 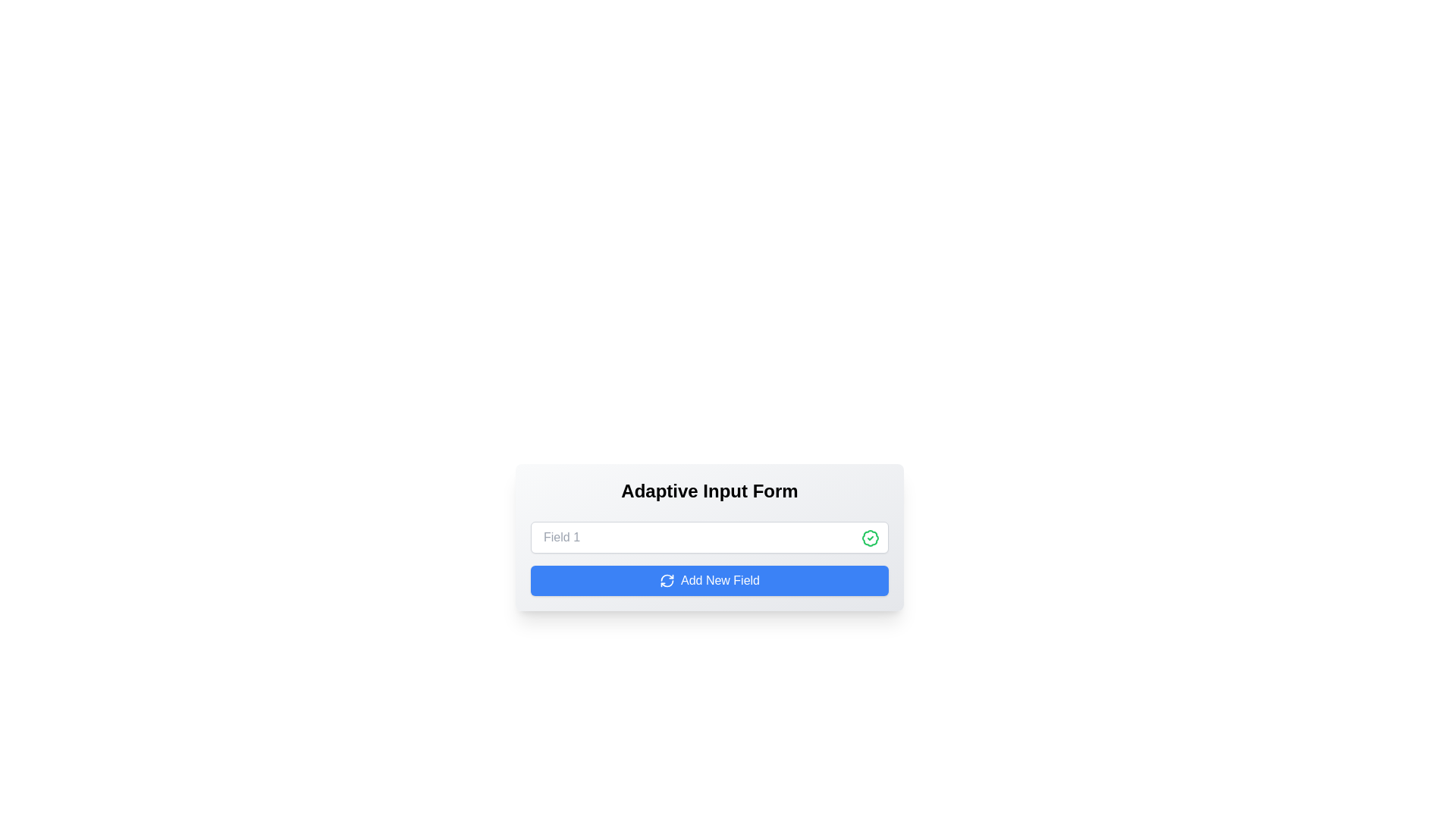 I want to click on the decorative graphic icon on the right side of the input field, which is styled with a green color and intricate patterns, so click(x=870, y=537).